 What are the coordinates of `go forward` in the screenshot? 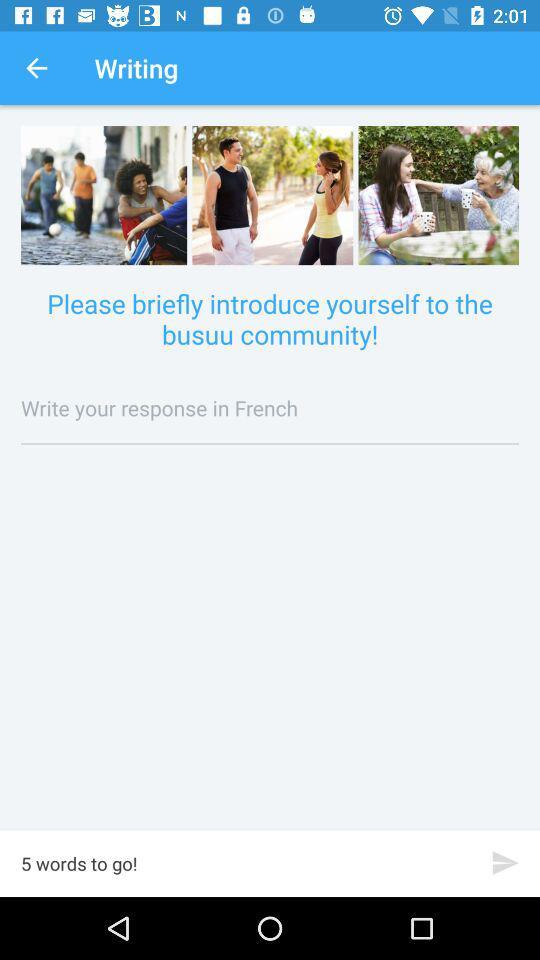 It's located at (504, 862).